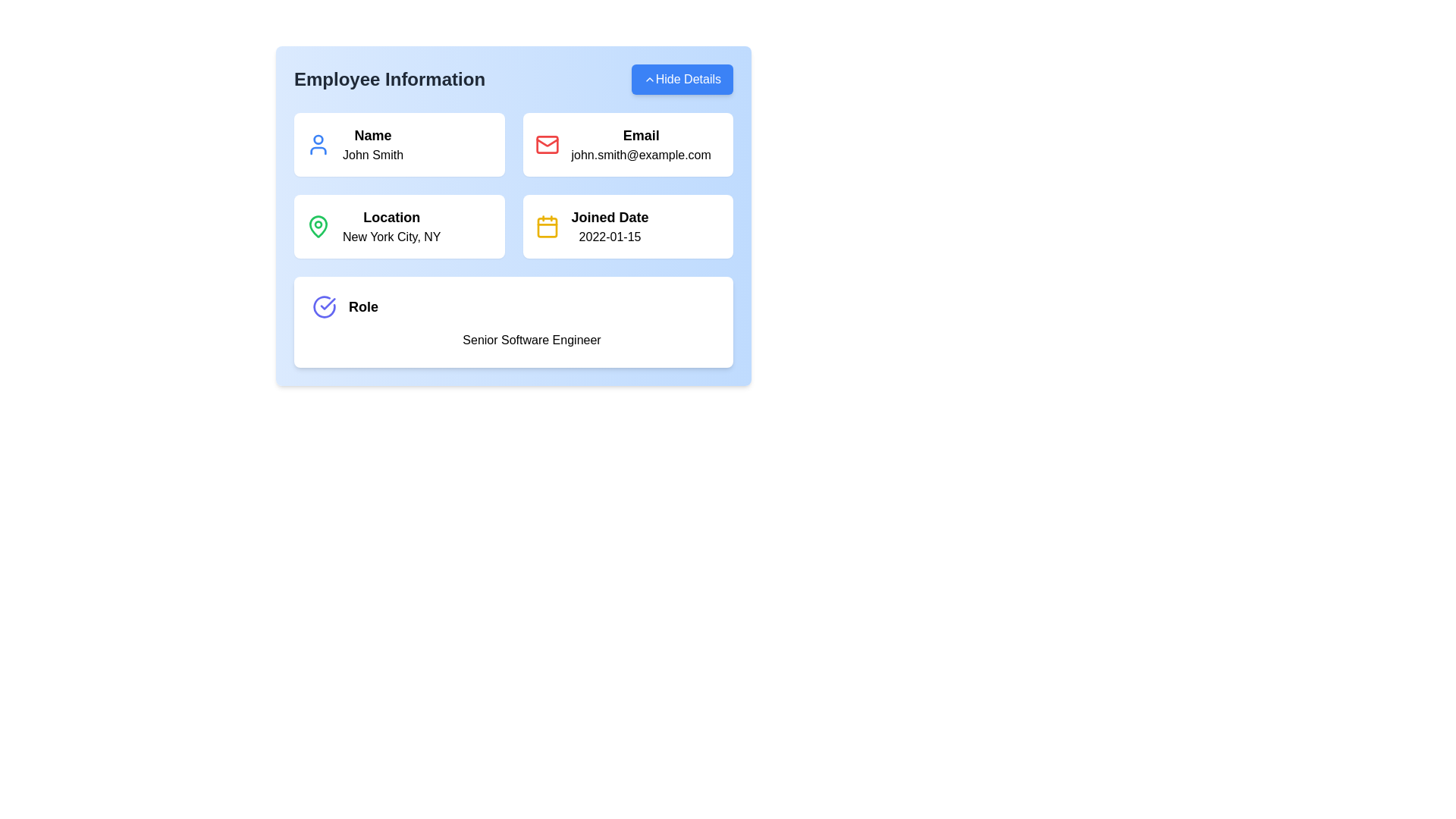 This screenshot has width=1456, height=819. Describe the element at coordinates (546, 227) in the screenshot. I see `the 'Joined Date' icon, which represents the specific calendar, located in the fourth tile of the grid layout in the 'Employee Information' card` at that location.